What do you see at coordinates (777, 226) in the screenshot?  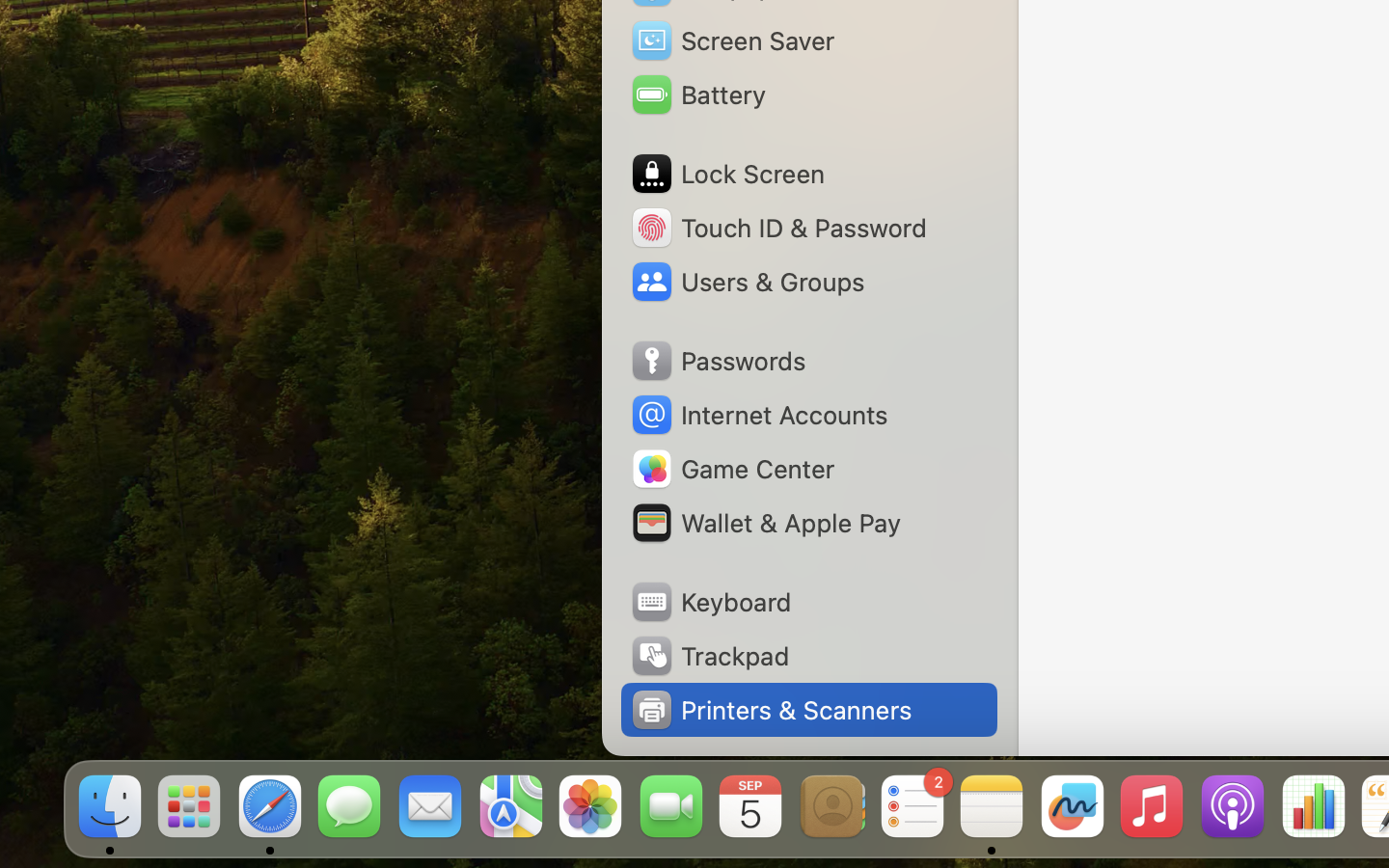 I see `'Touch ID & Password'` at bounding box center [777, 226].